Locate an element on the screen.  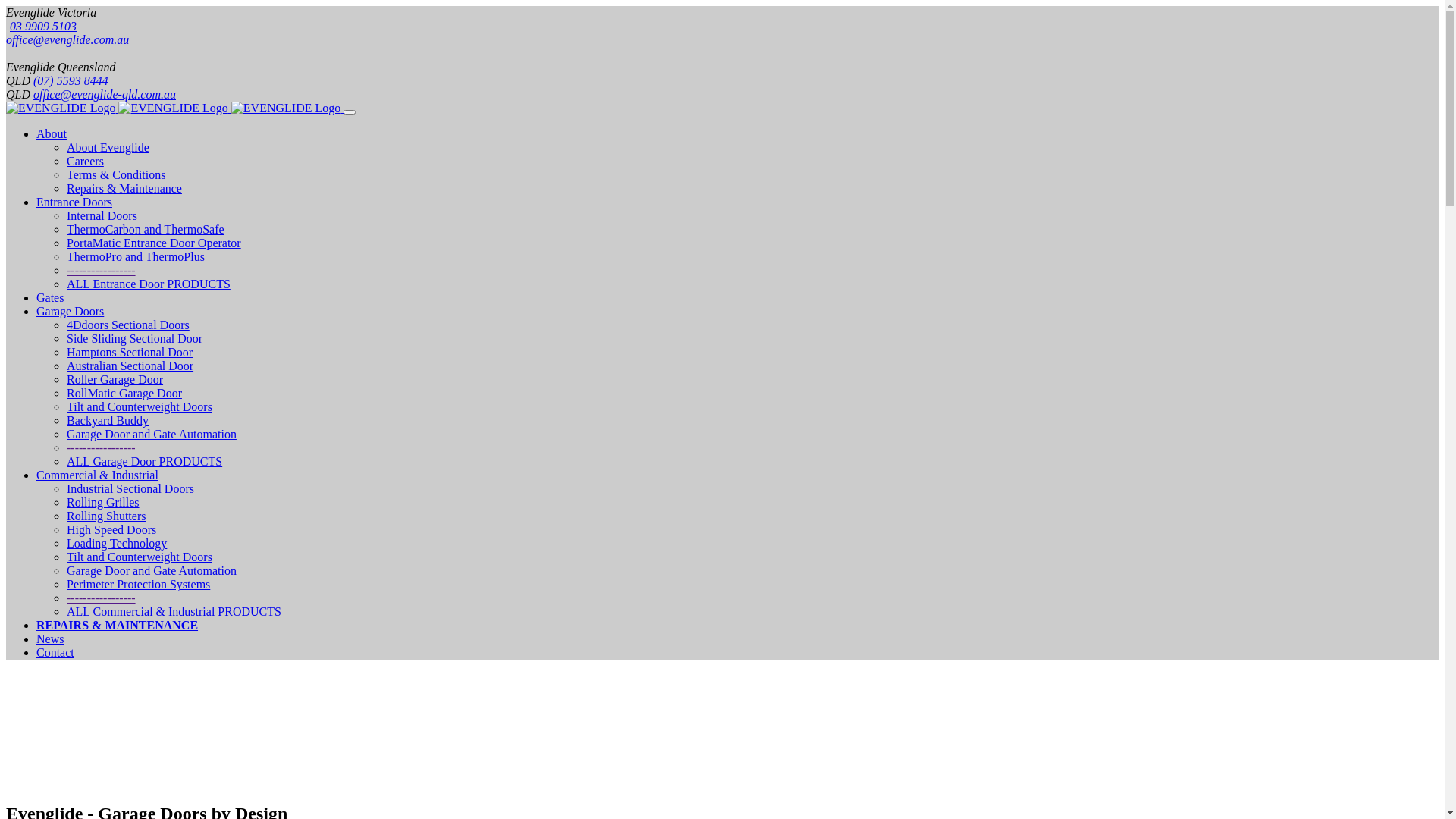
'ALL Entrance Door PRODUCTS' is located at coordinates (149, 284).